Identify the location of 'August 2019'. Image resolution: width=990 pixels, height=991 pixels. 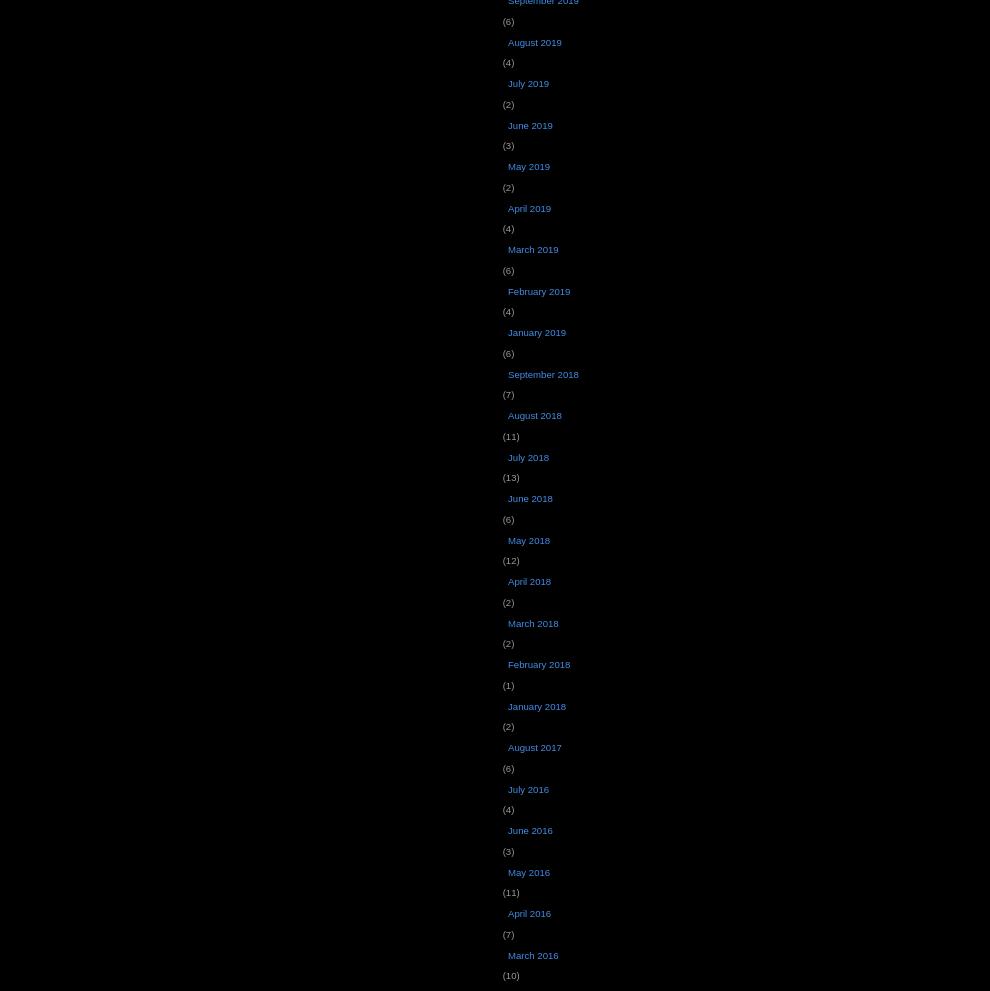
(533, 40).